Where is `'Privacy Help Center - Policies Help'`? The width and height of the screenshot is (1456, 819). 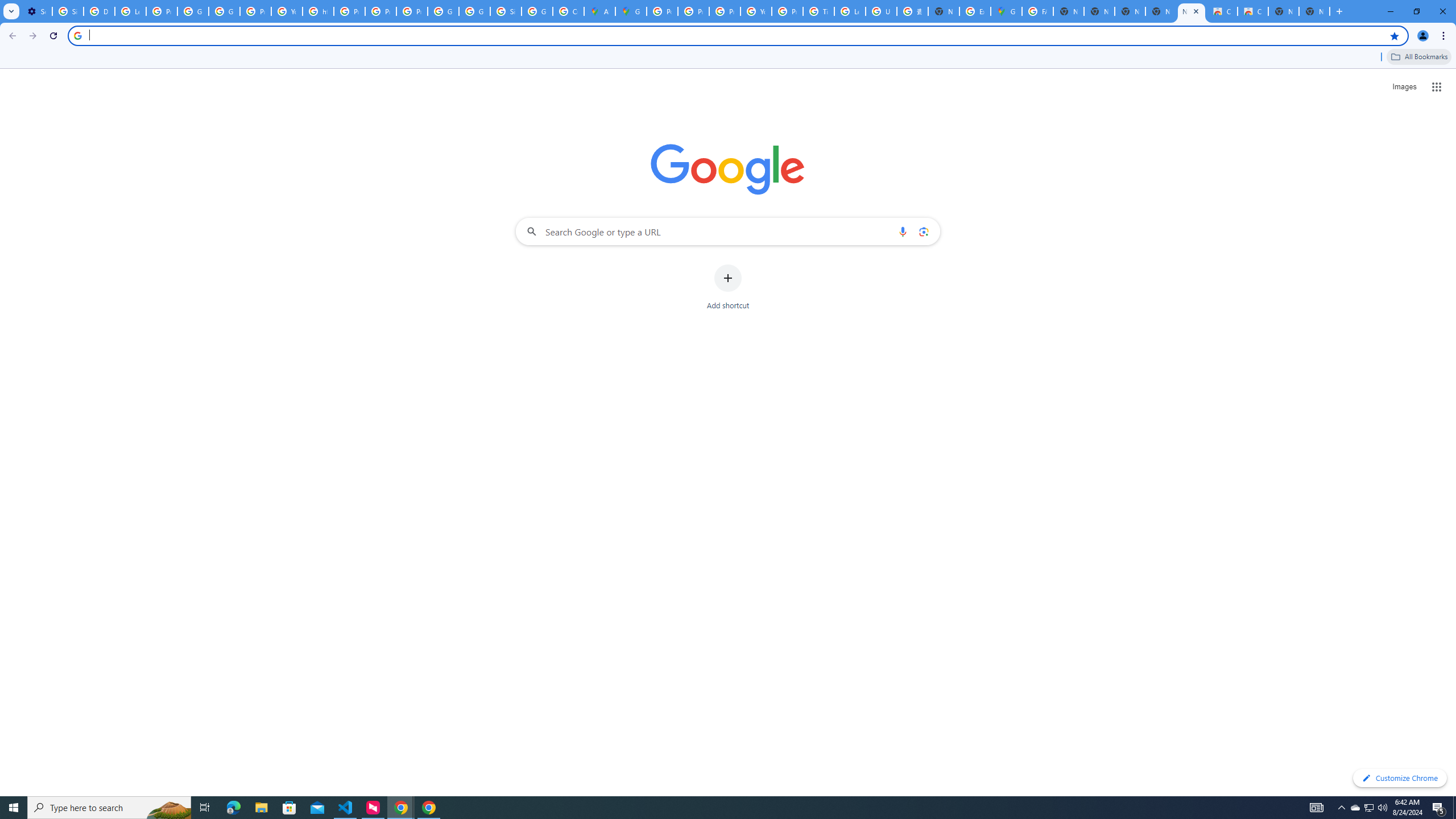
'Privacy Help Center - Policies Help' is located at coordinates (724, 11).